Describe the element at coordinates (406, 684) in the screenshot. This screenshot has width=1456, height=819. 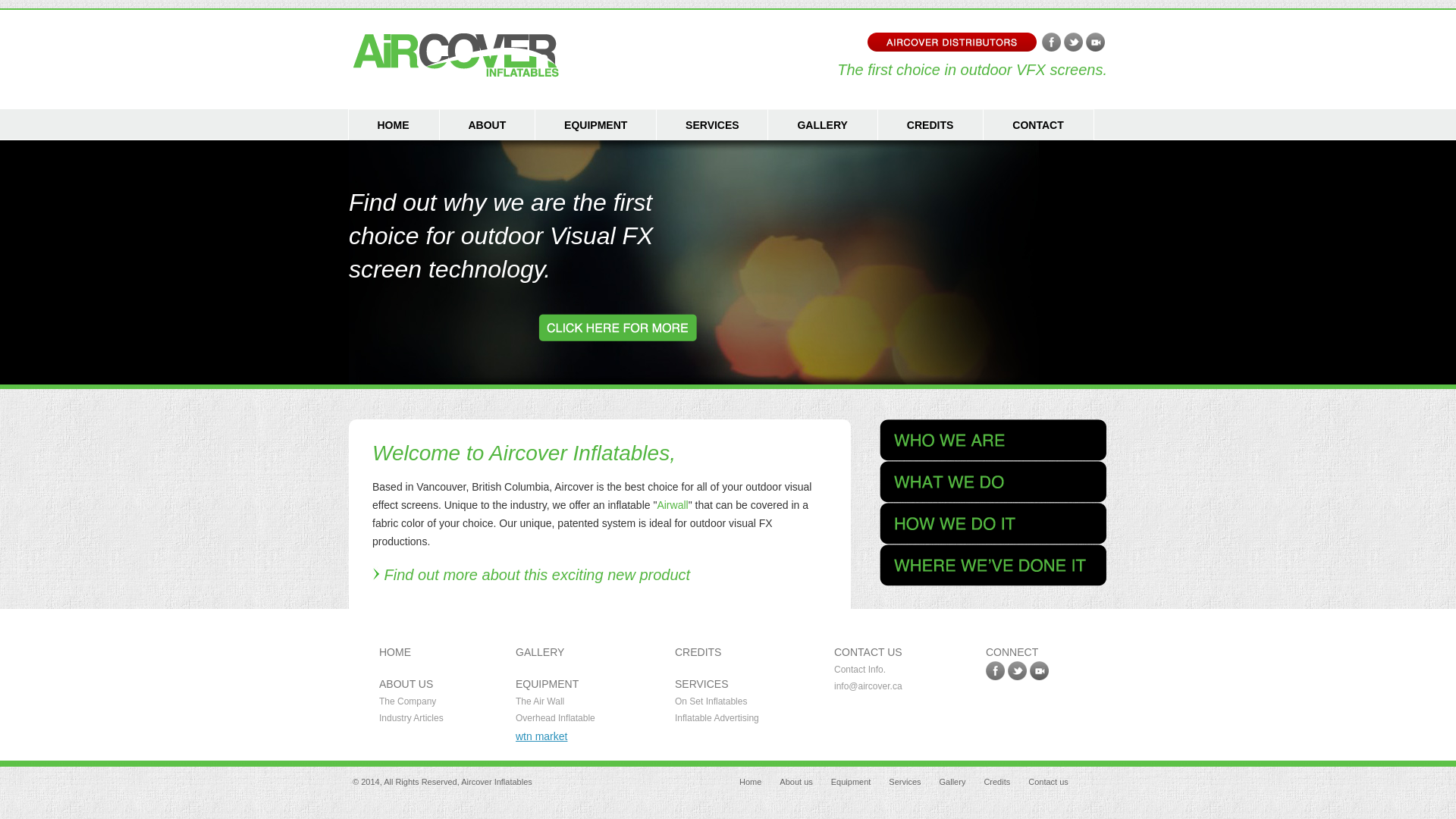
I see `'ABOUT US'` at that location.